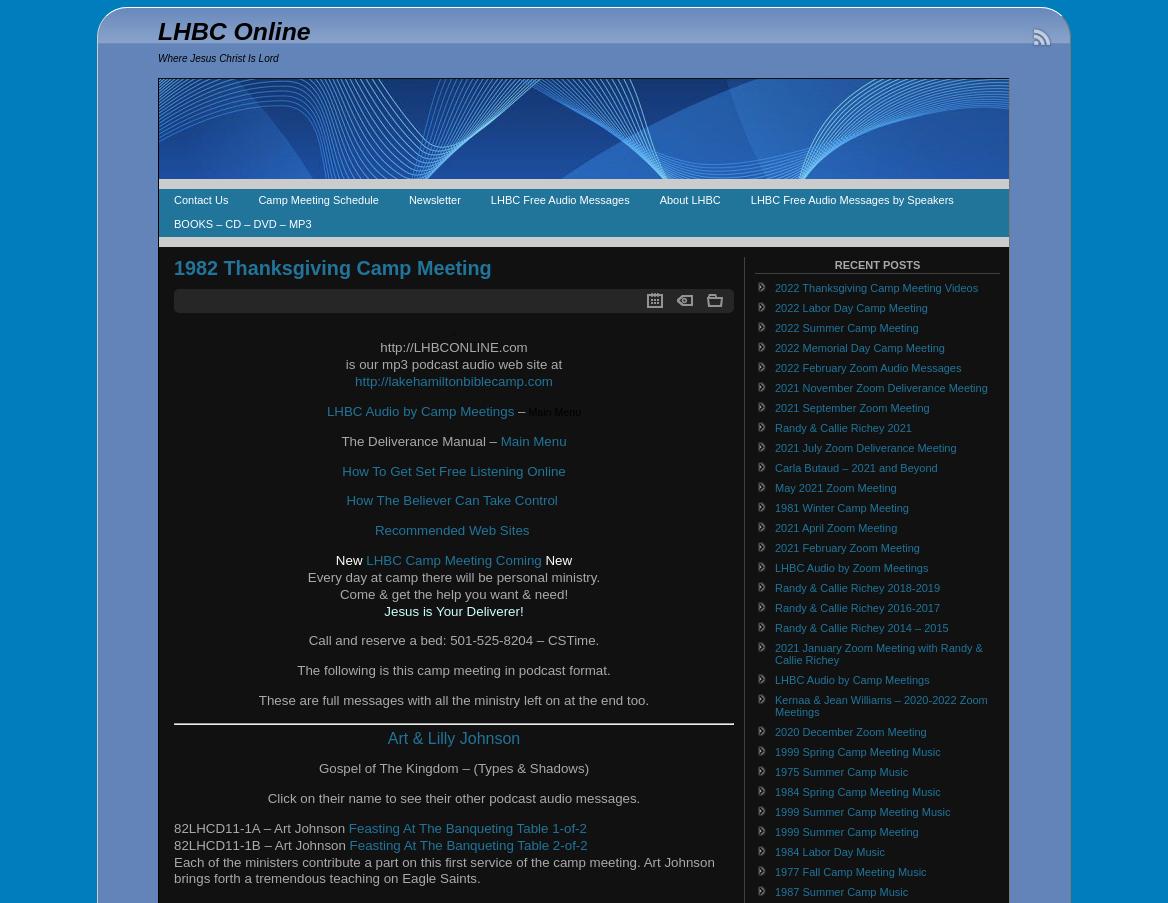 The width and height of the screenshot is (1168, 903). What do you see at coordinates (558, 200) in the screenshot?
I see `'LHBC Free Audio Messages'` at bounding box center [558, 200].